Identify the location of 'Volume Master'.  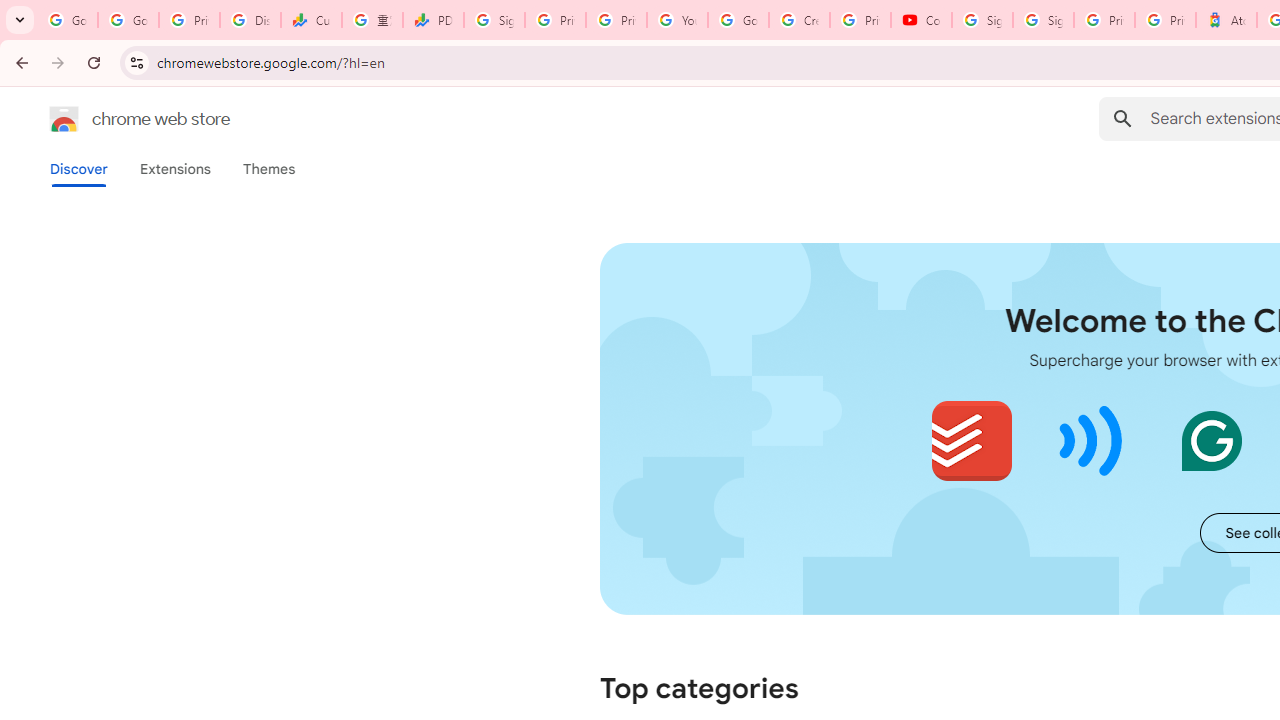
(1090, 440).